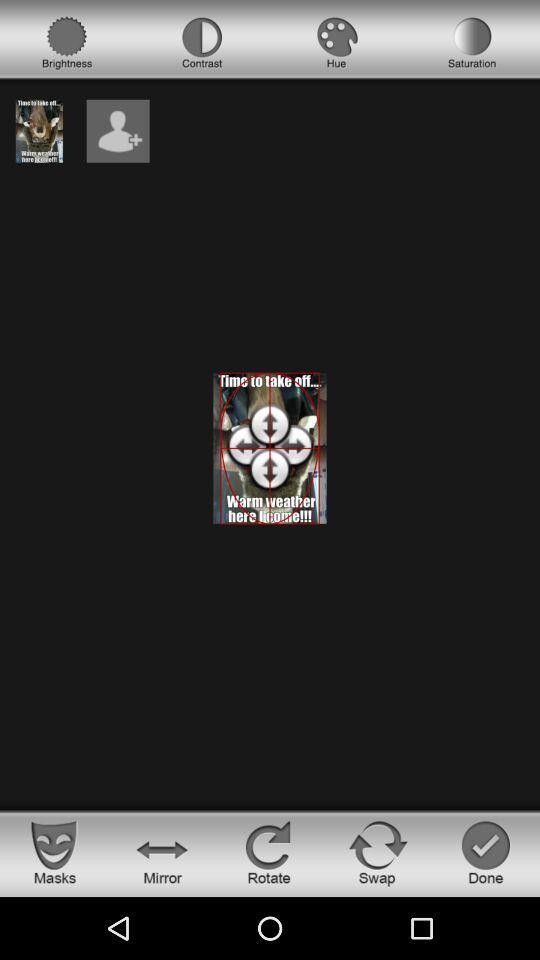  What do you see at coordinates (202, 42) in the screenshot?
I see `choose contrast option` at bounding box center [202, 42].